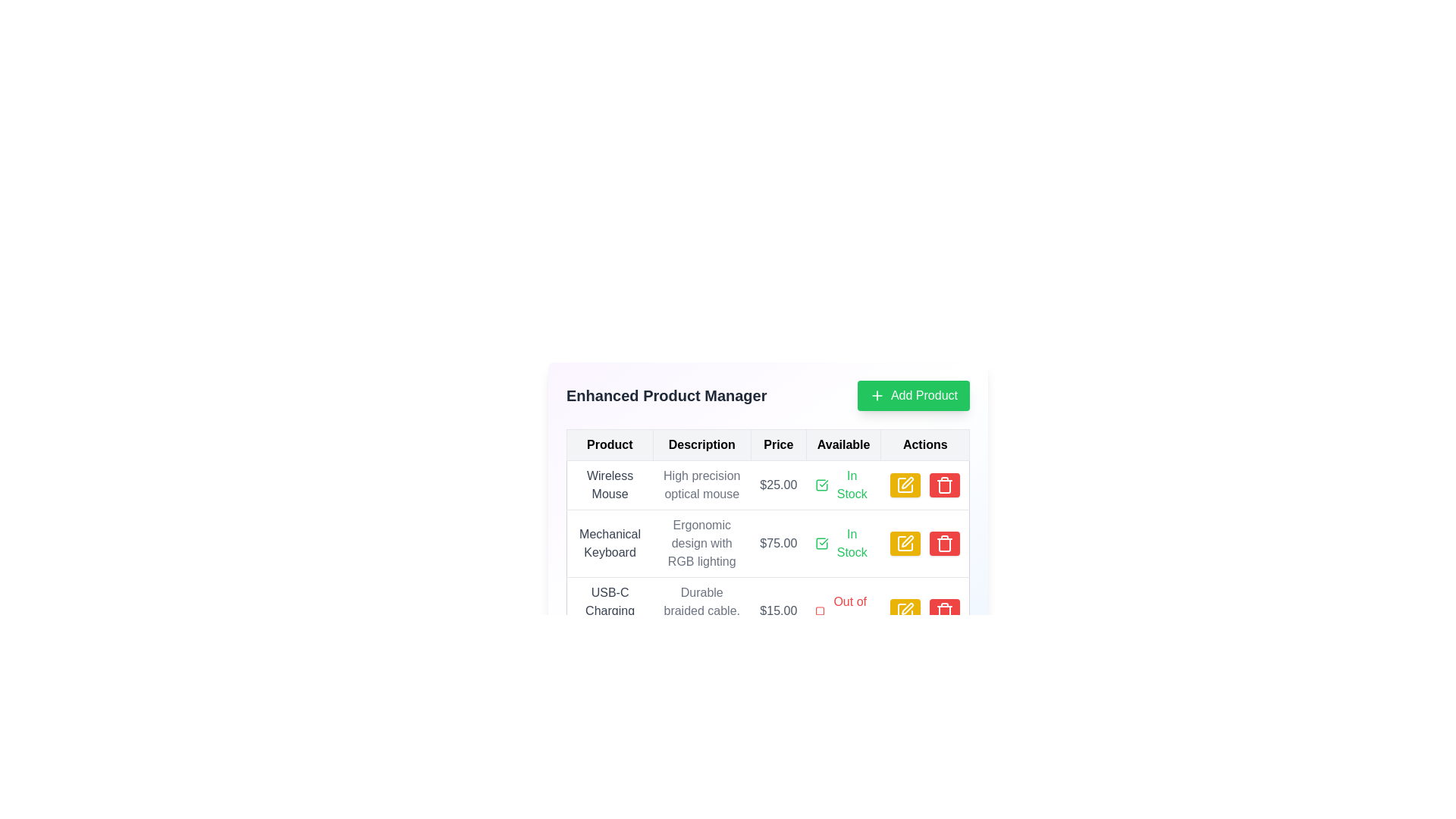  I want to click on the edit icon in the 'Actions' column for the 'Mechanical Keyboard' product, so click(905, 543).